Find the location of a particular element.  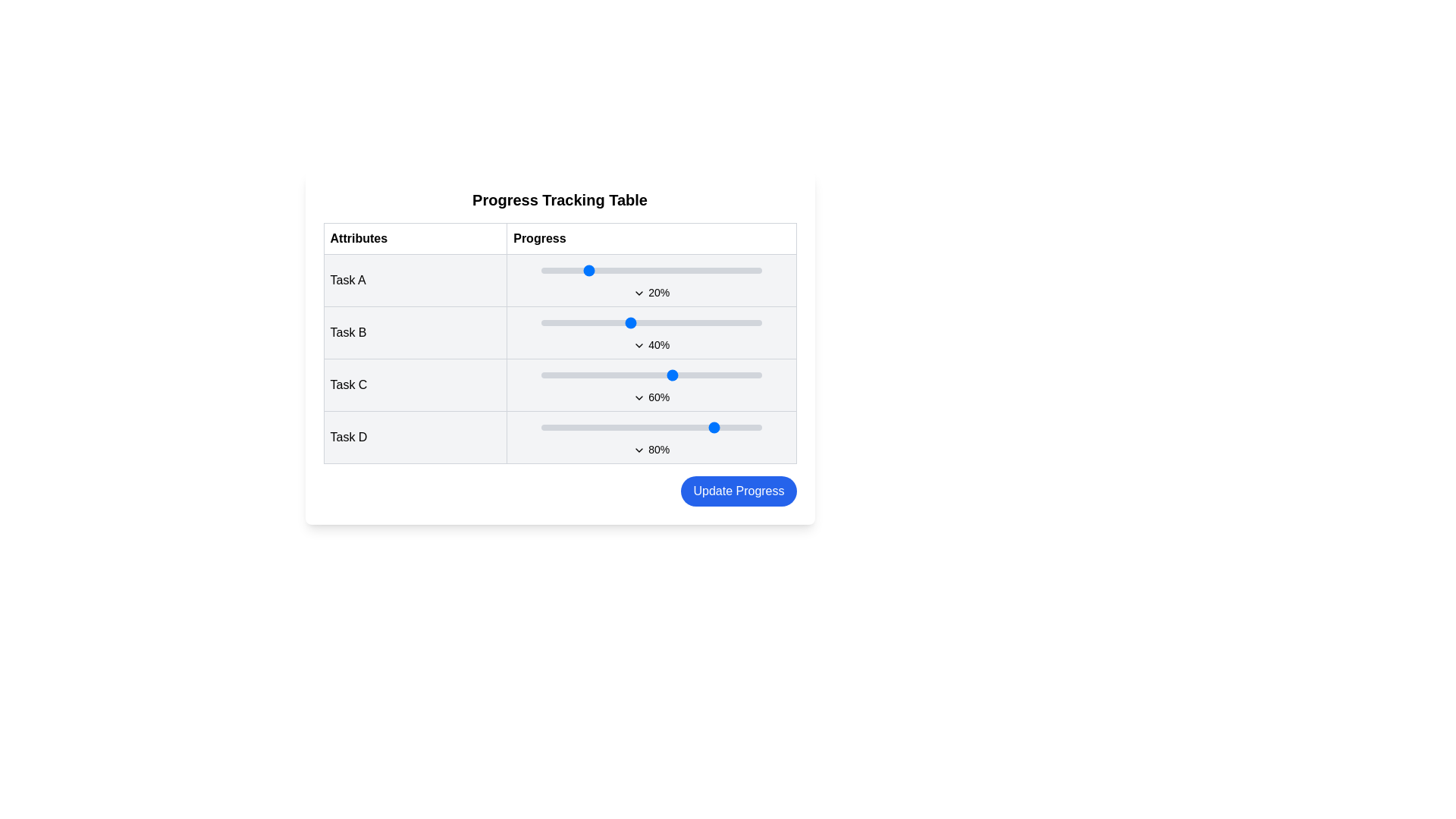

the progress for task B is located at coordinates (541, 322).